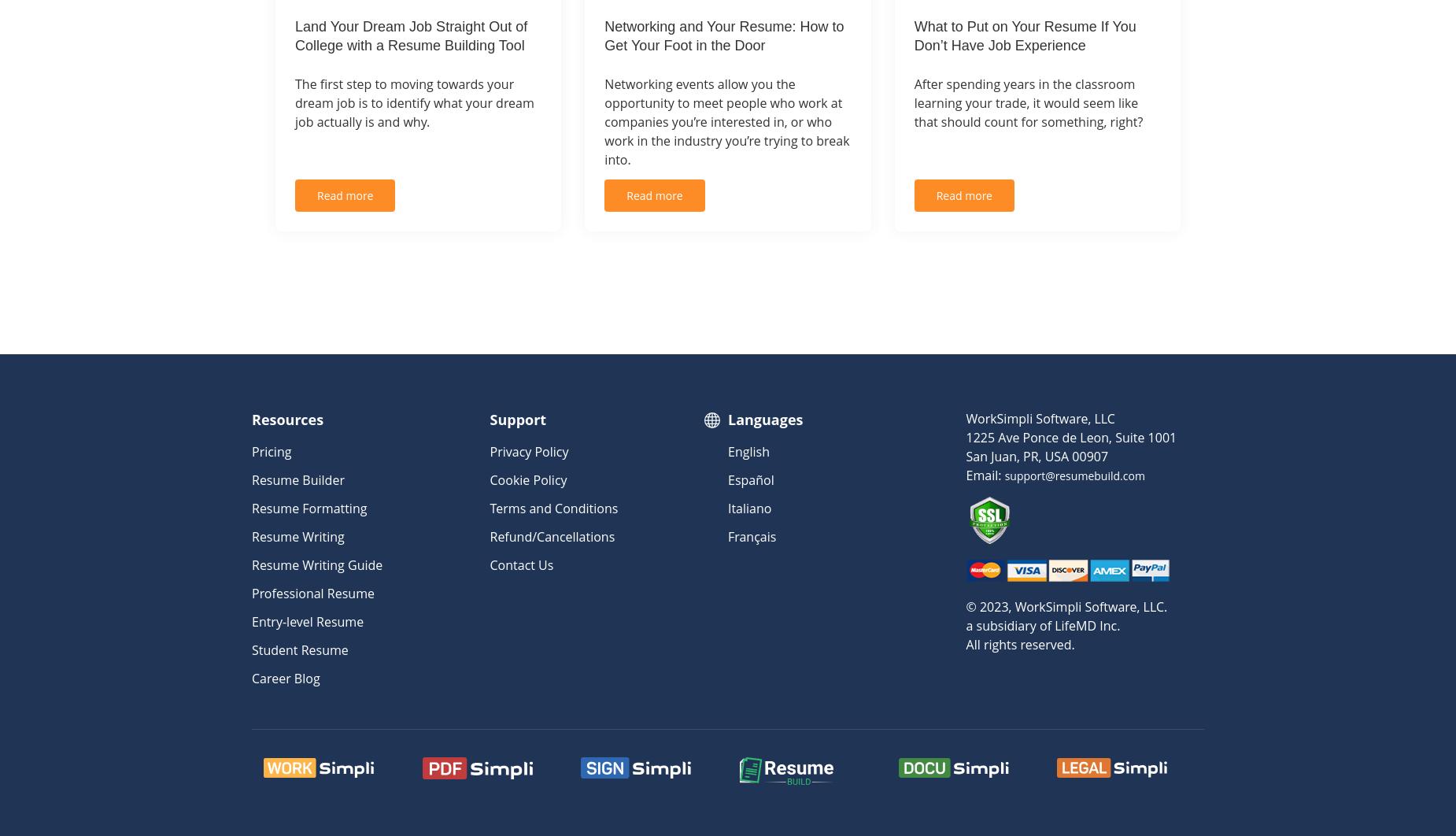 This screenshot has height=836, width=1456. I want to click on 'Support', so click(489, 418).